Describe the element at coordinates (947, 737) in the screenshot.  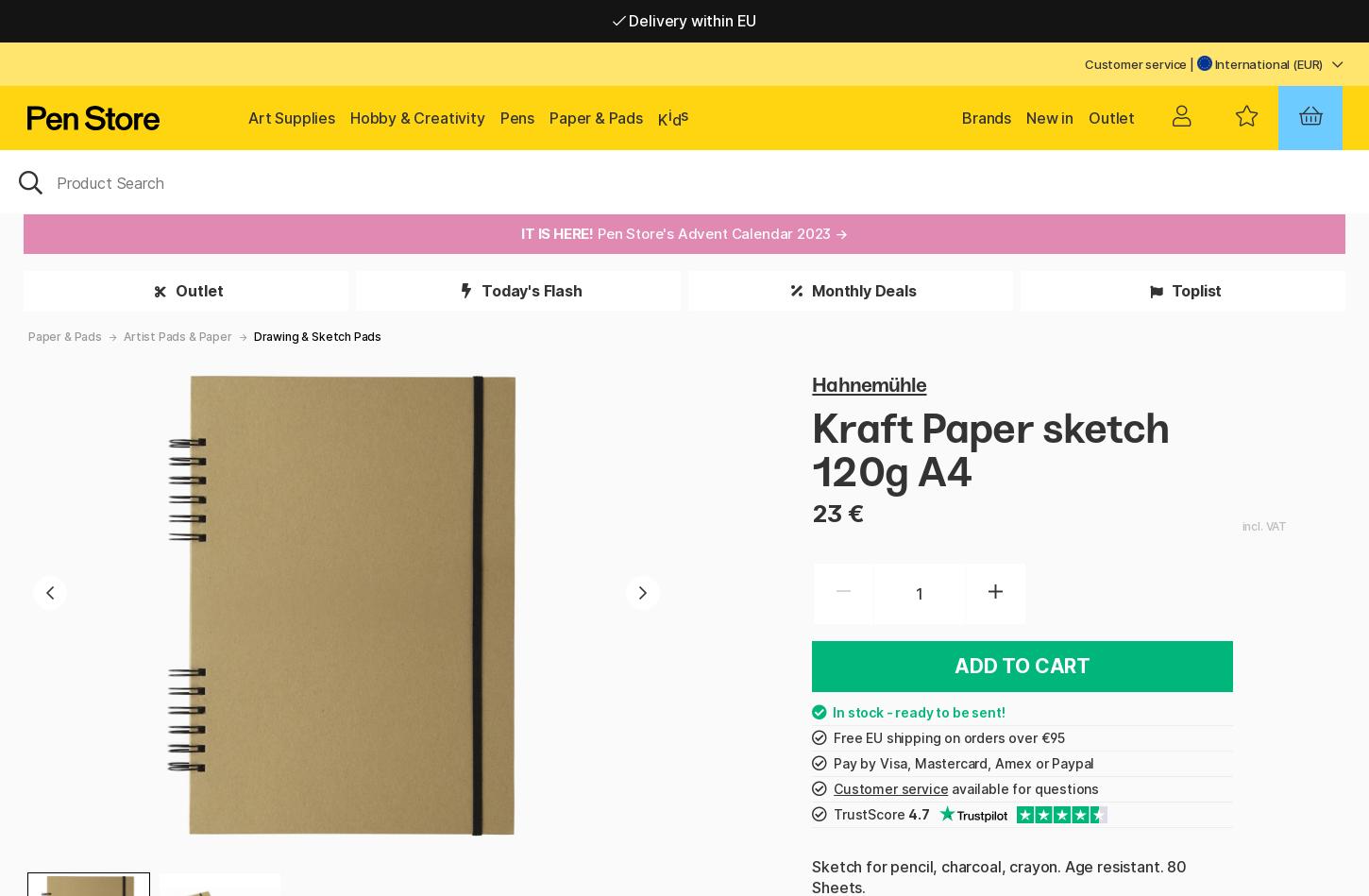
I see `'Free EU shipping on orders over €95'` at that location.